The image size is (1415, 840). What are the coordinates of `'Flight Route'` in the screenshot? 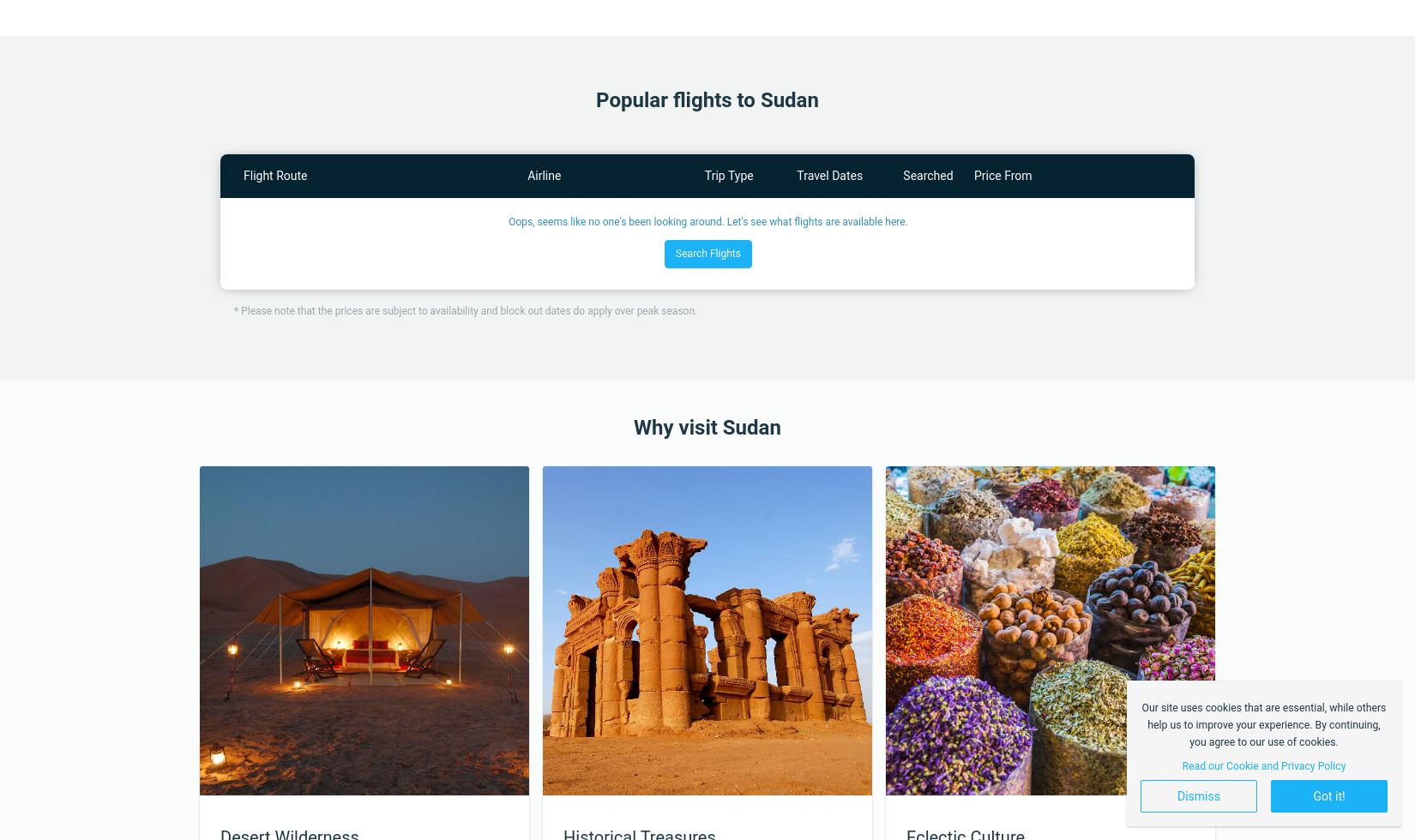 It's located at (274, 176).